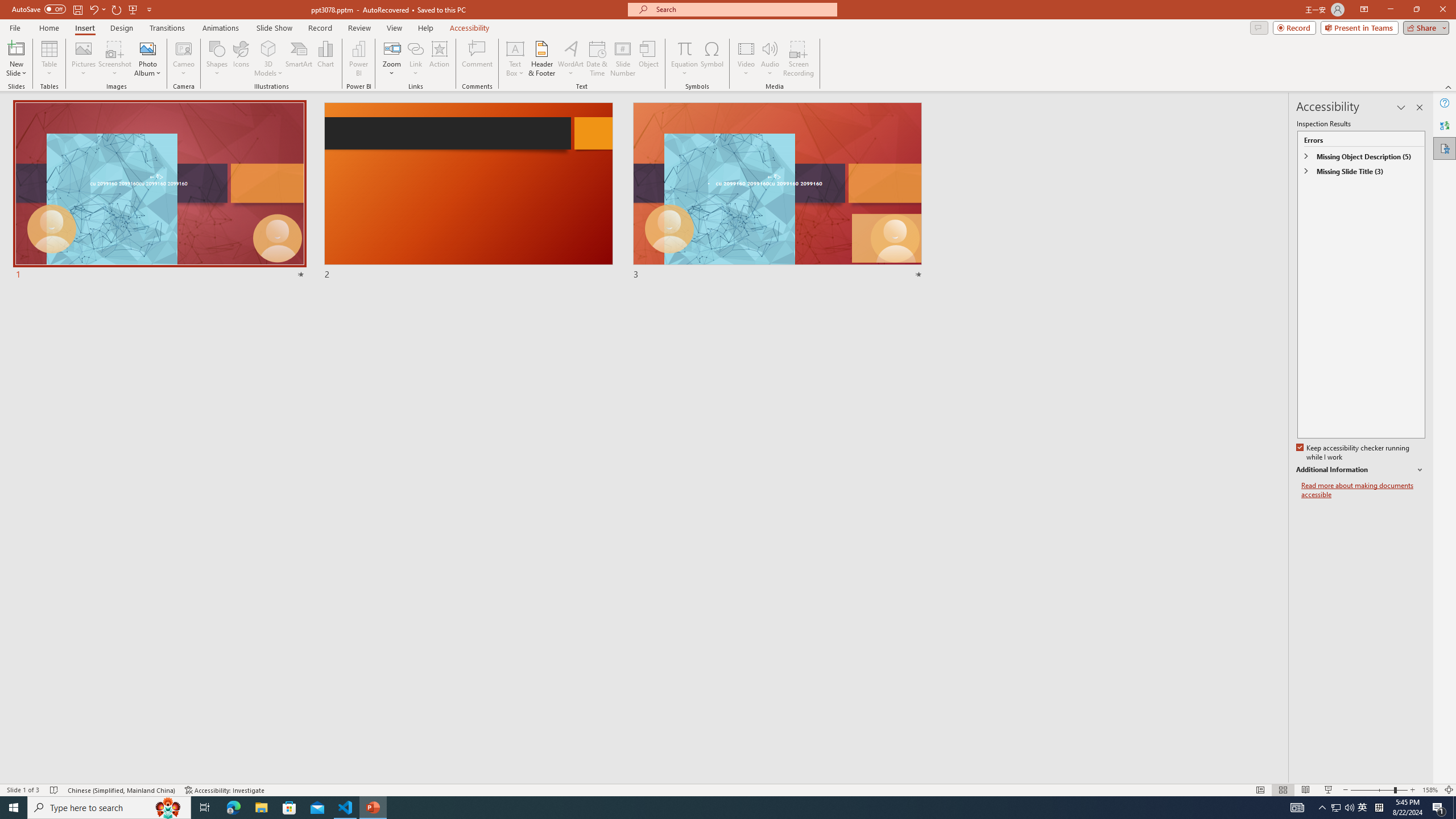 This screenshot has height=819, width=1456. What do you see at coordinates (114, 59) in the screenshot?
I see `'Screenshot'` at bounding box center [114, 59].